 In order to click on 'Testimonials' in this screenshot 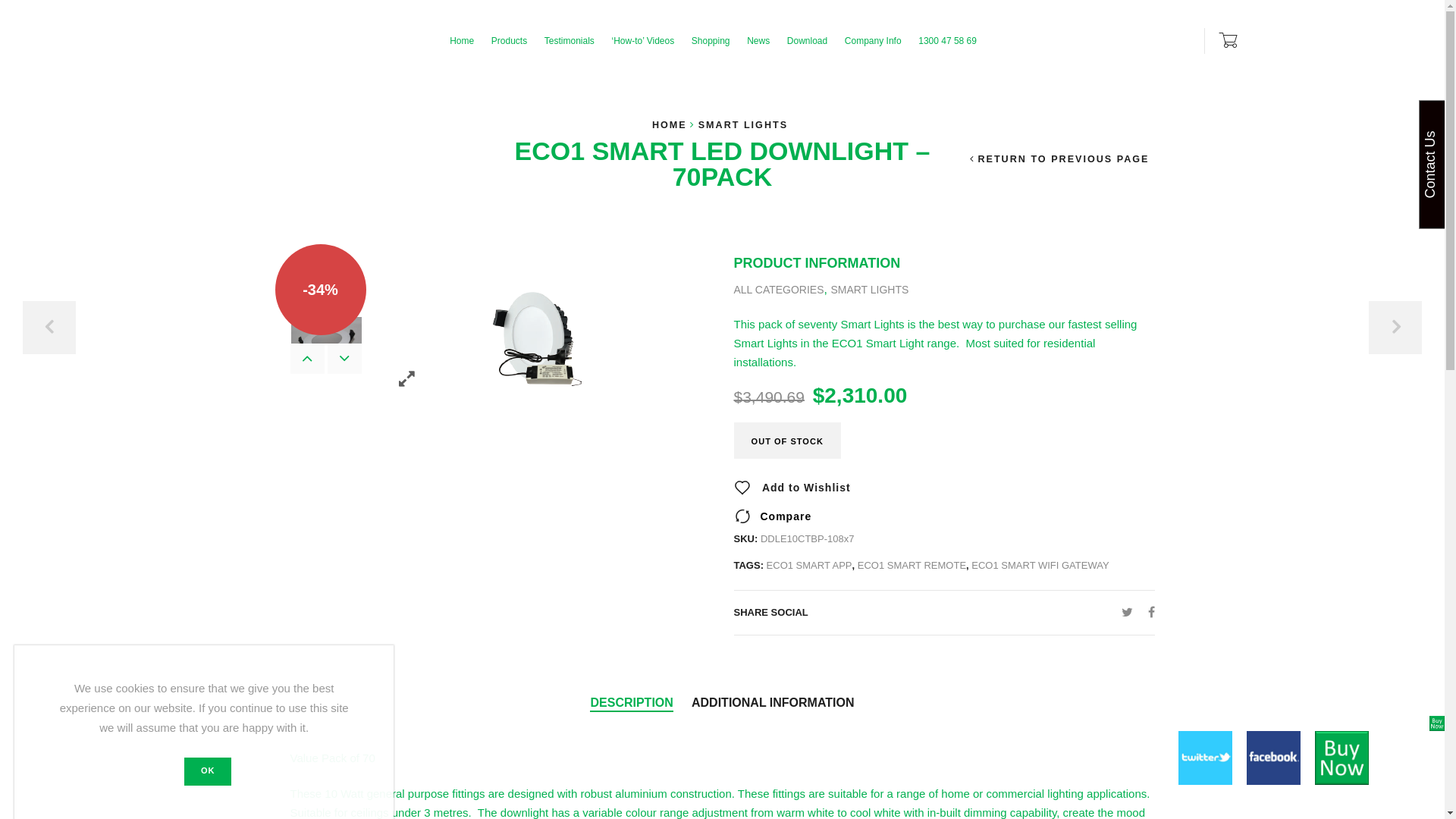, I will do `click(569, 40)`.